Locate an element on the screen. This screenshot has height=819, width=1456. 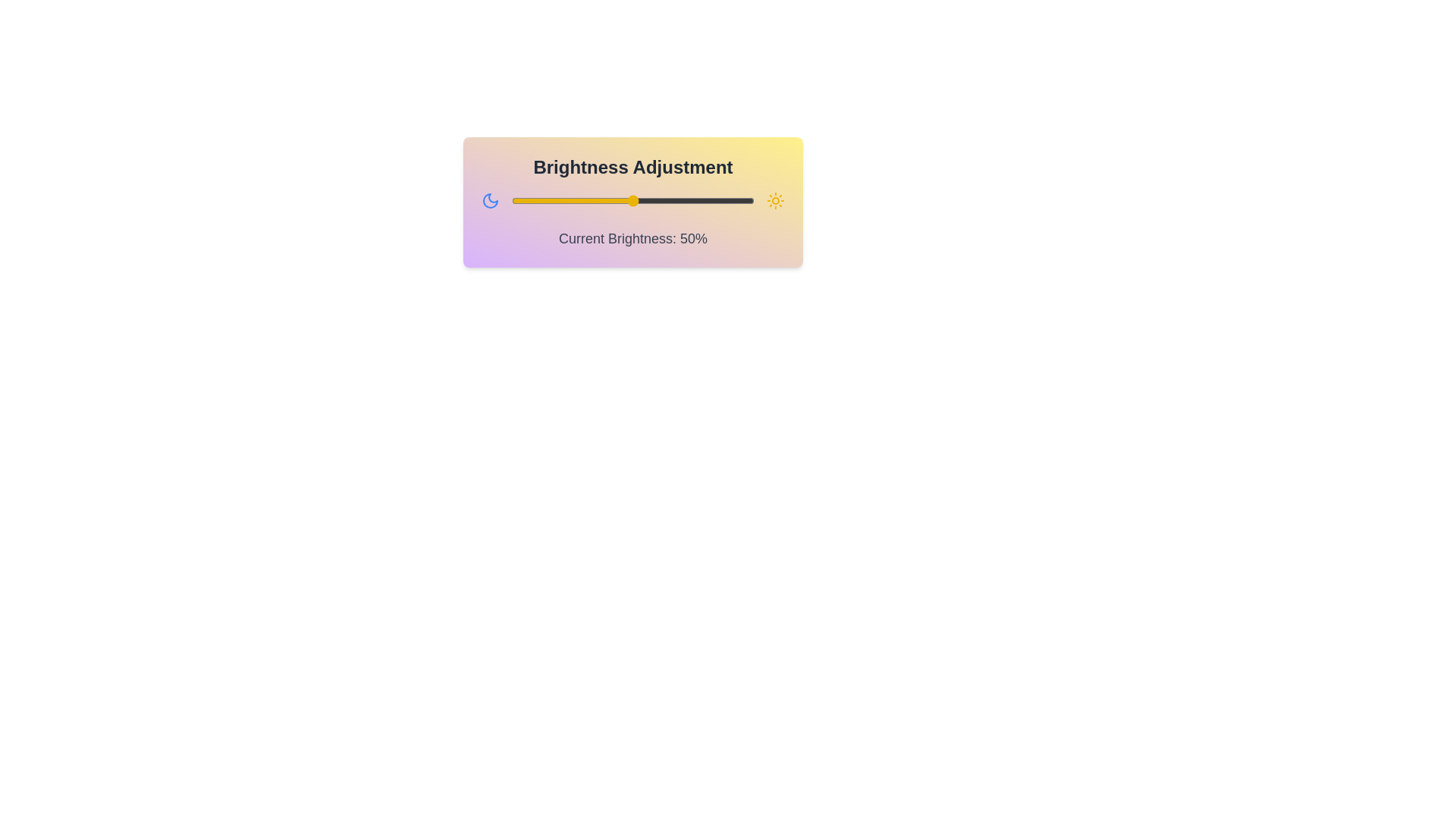
the brightness slider to 90% is located at coordinates (730, 200).